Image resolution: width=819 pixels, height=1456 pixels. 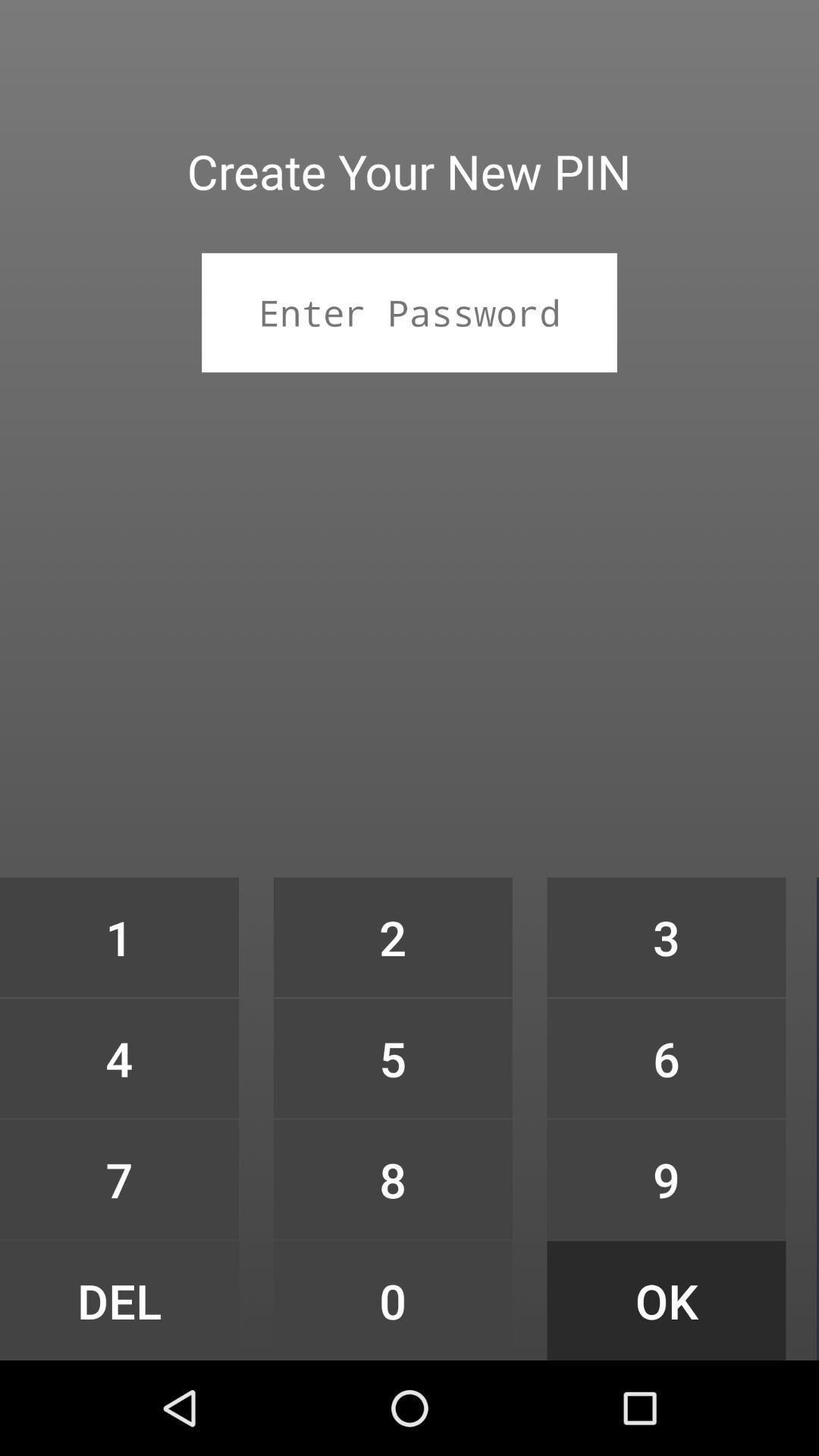 What do you see at coordinates (409, 312) in the screenshot?
I see `input the password` at bounding box center [409, 312].